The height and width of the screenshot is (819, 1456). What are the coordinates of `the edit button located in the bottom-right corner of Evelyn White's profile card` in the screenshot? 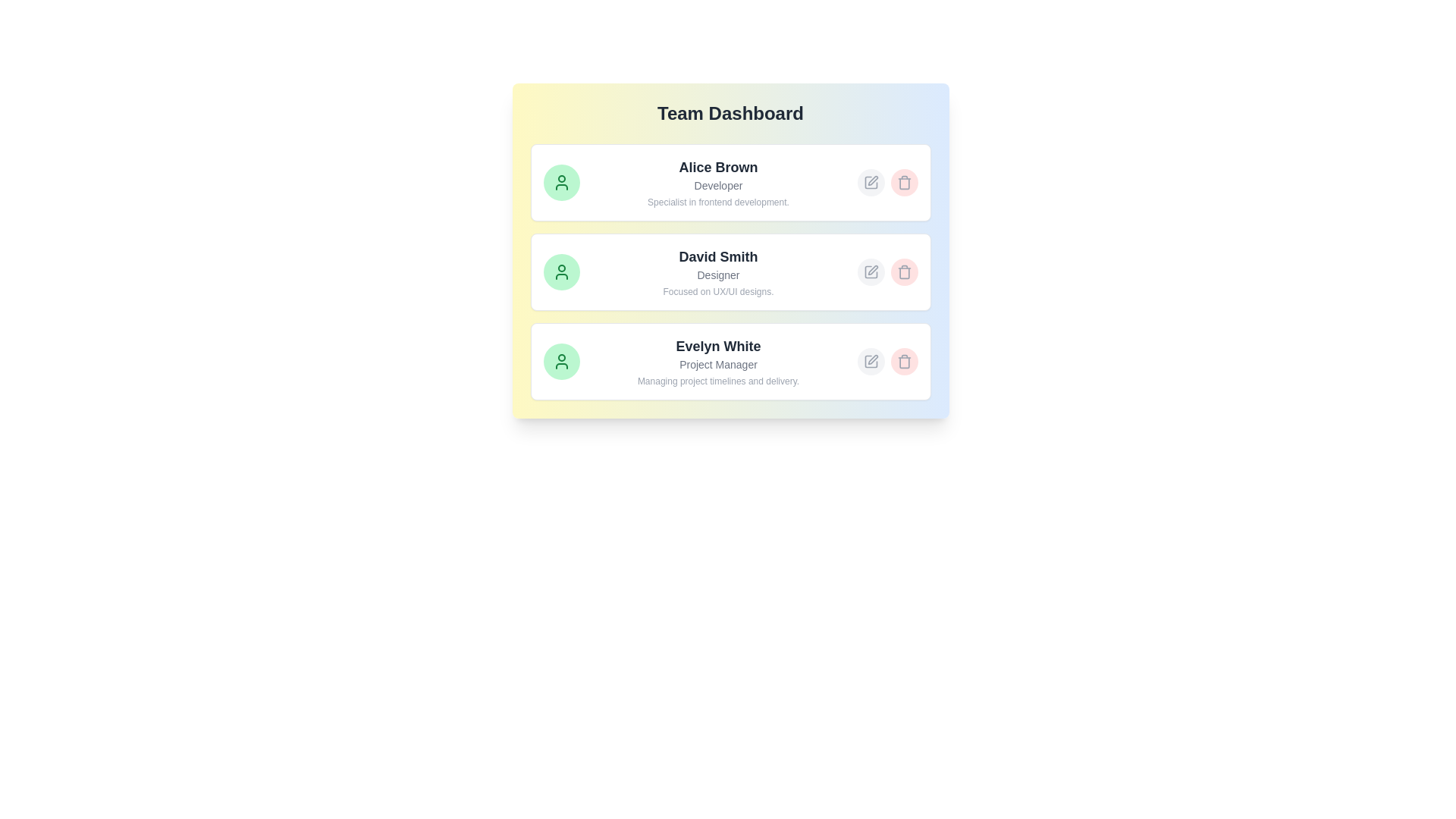 It's located at (871, 362).